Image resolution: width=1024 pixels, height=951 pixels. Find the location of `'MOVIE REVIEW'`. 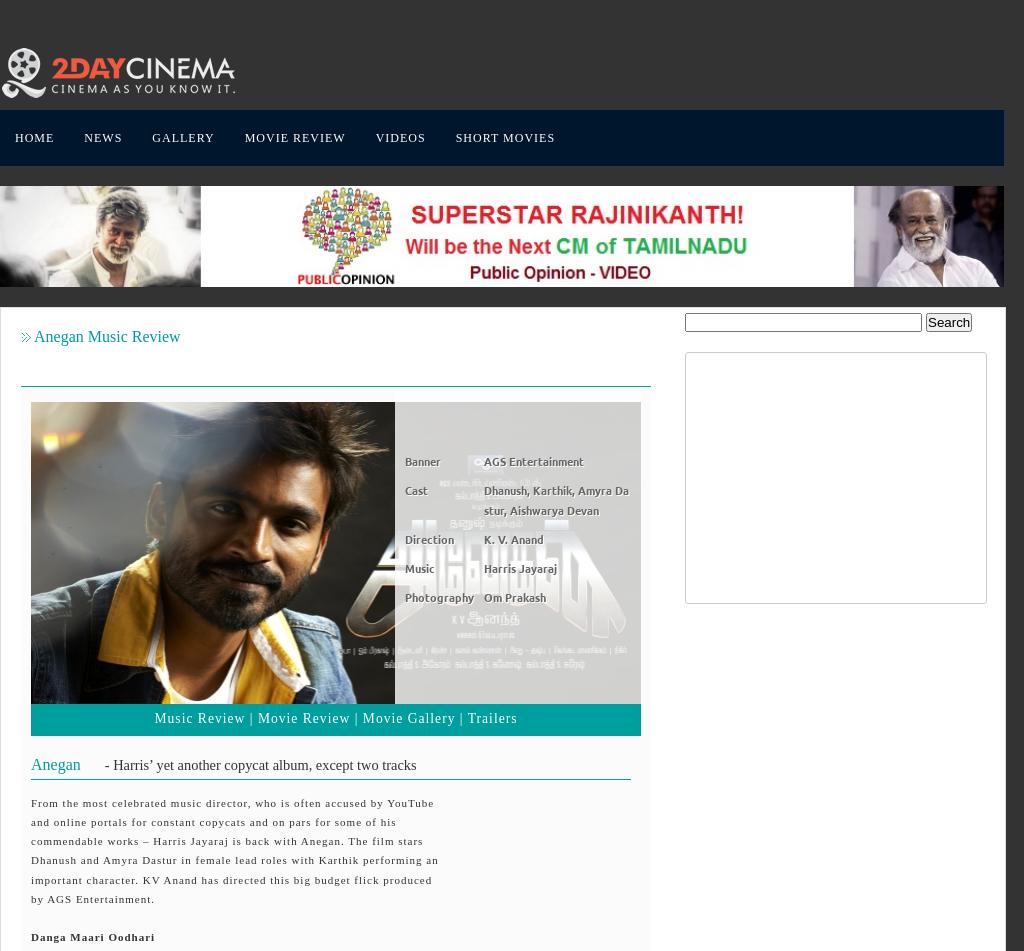

'MOVIE REVIEW' is located at coordinates (243, 137).